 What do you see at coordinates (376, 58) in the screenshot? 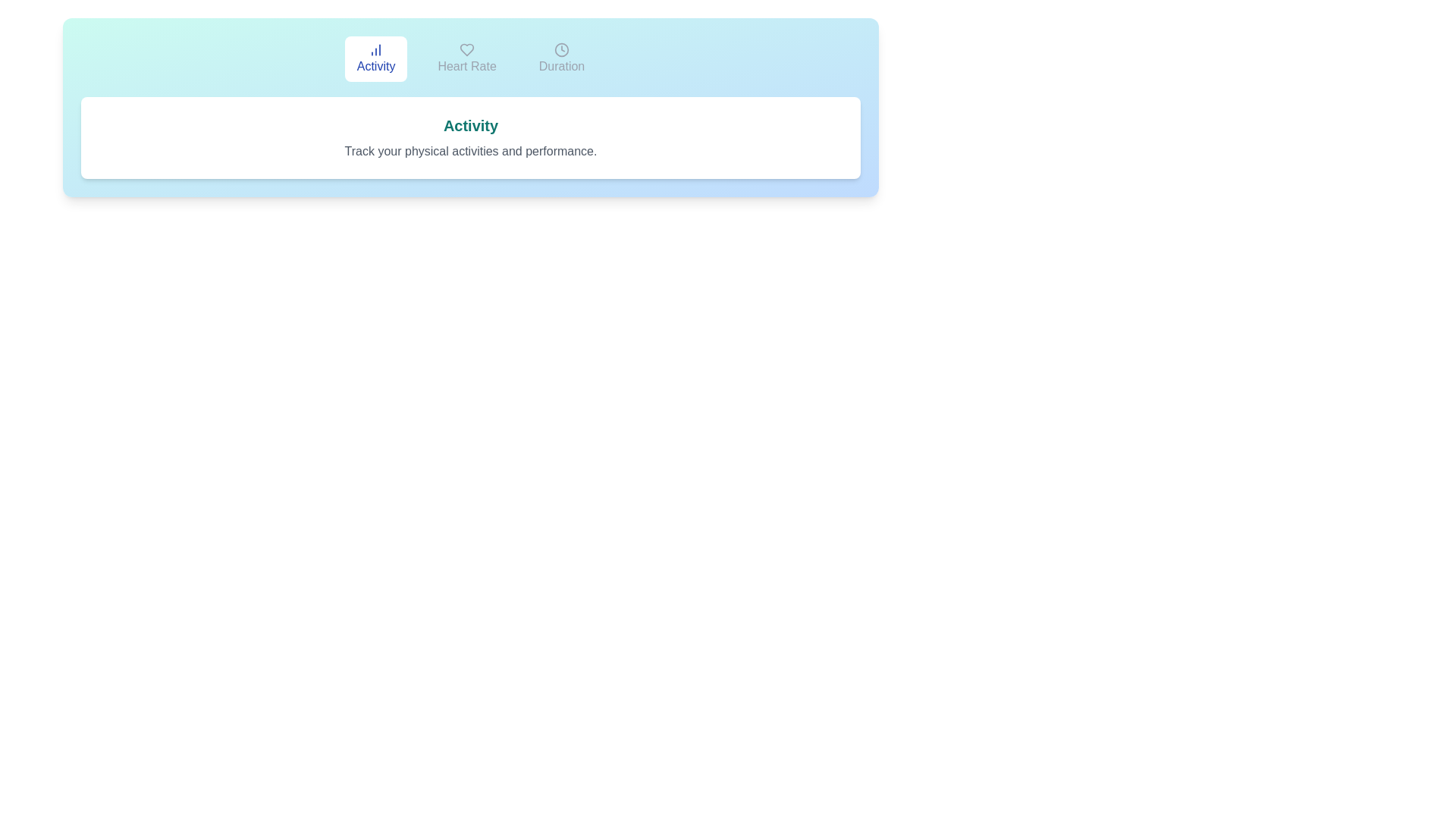
I see `the Activity tab by clicking on it` at bounding box center [376, 58].